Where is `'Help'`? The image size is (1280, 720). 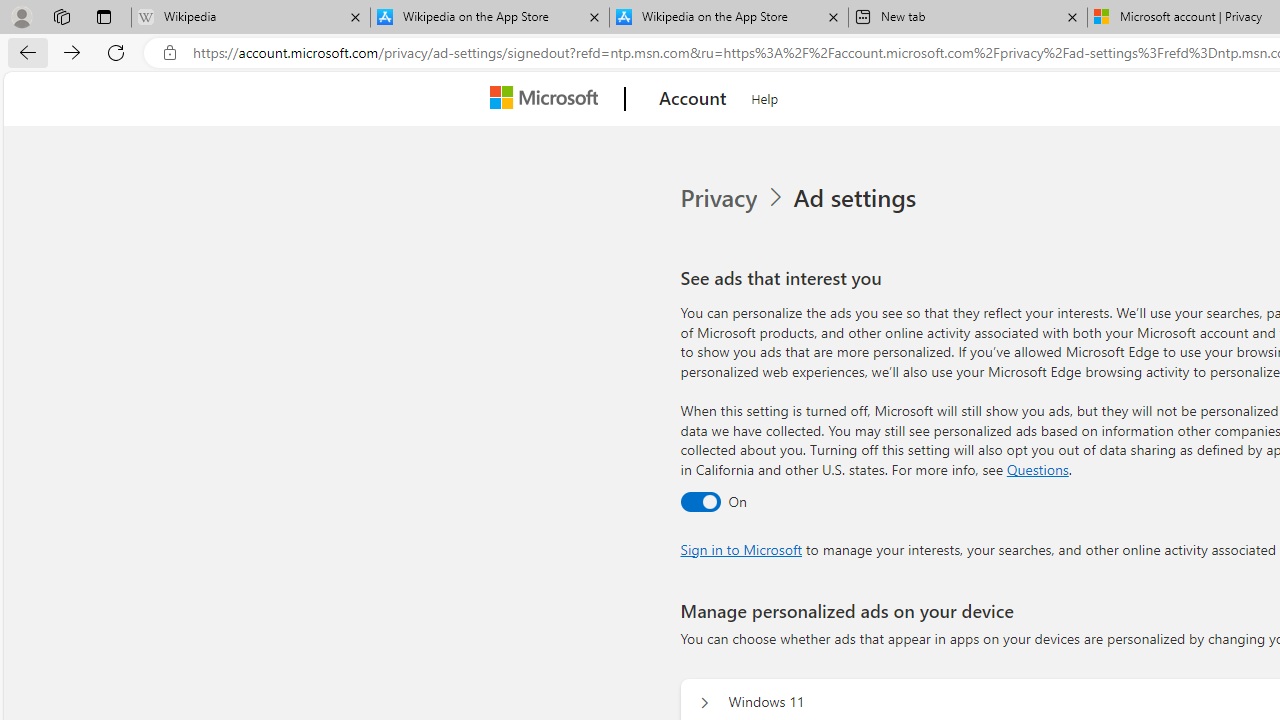 'Help' is located at coordinates (764, 96).